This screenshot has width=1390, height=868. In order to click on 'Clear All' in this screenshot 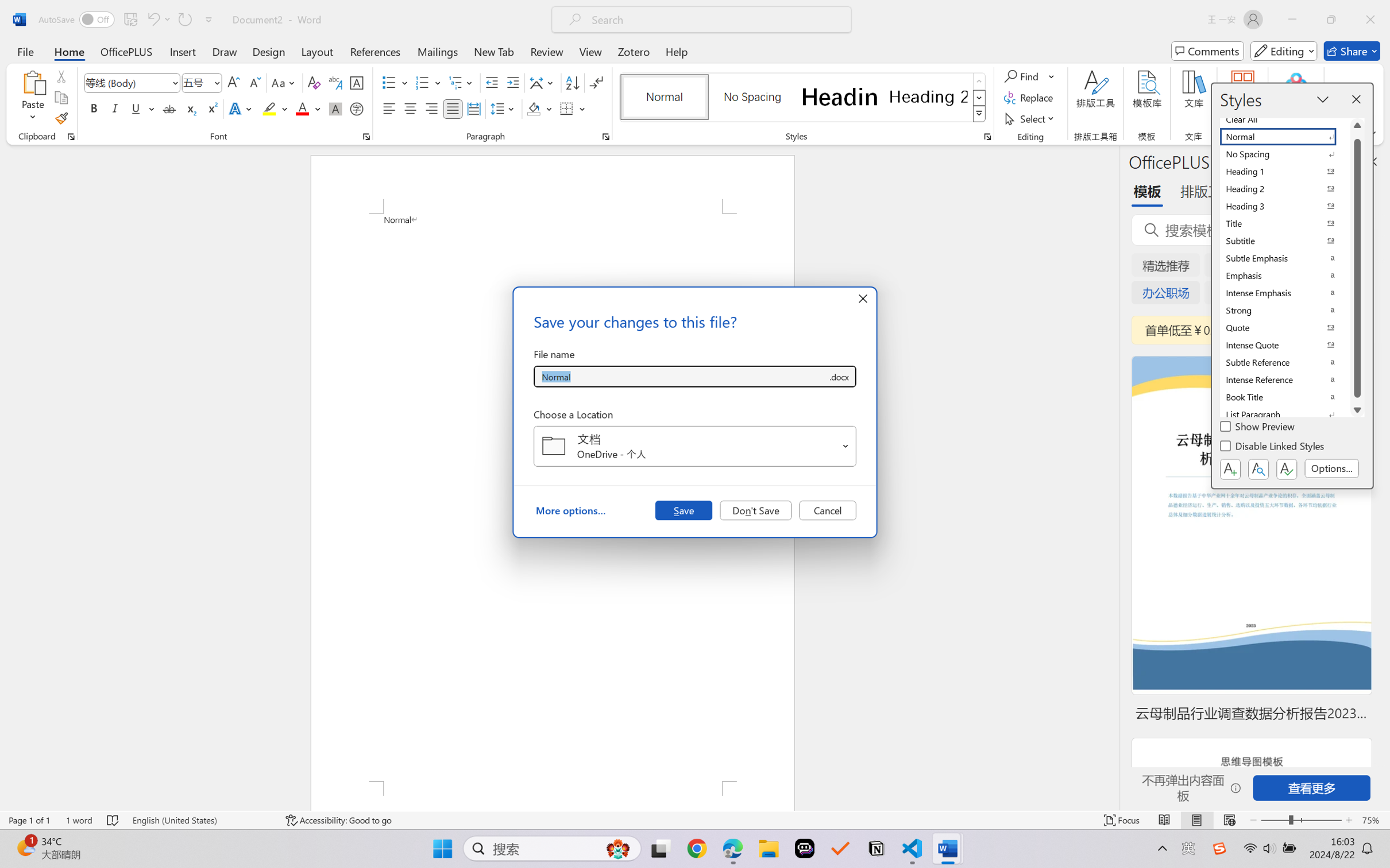, I will do `click(1285, 119)`.